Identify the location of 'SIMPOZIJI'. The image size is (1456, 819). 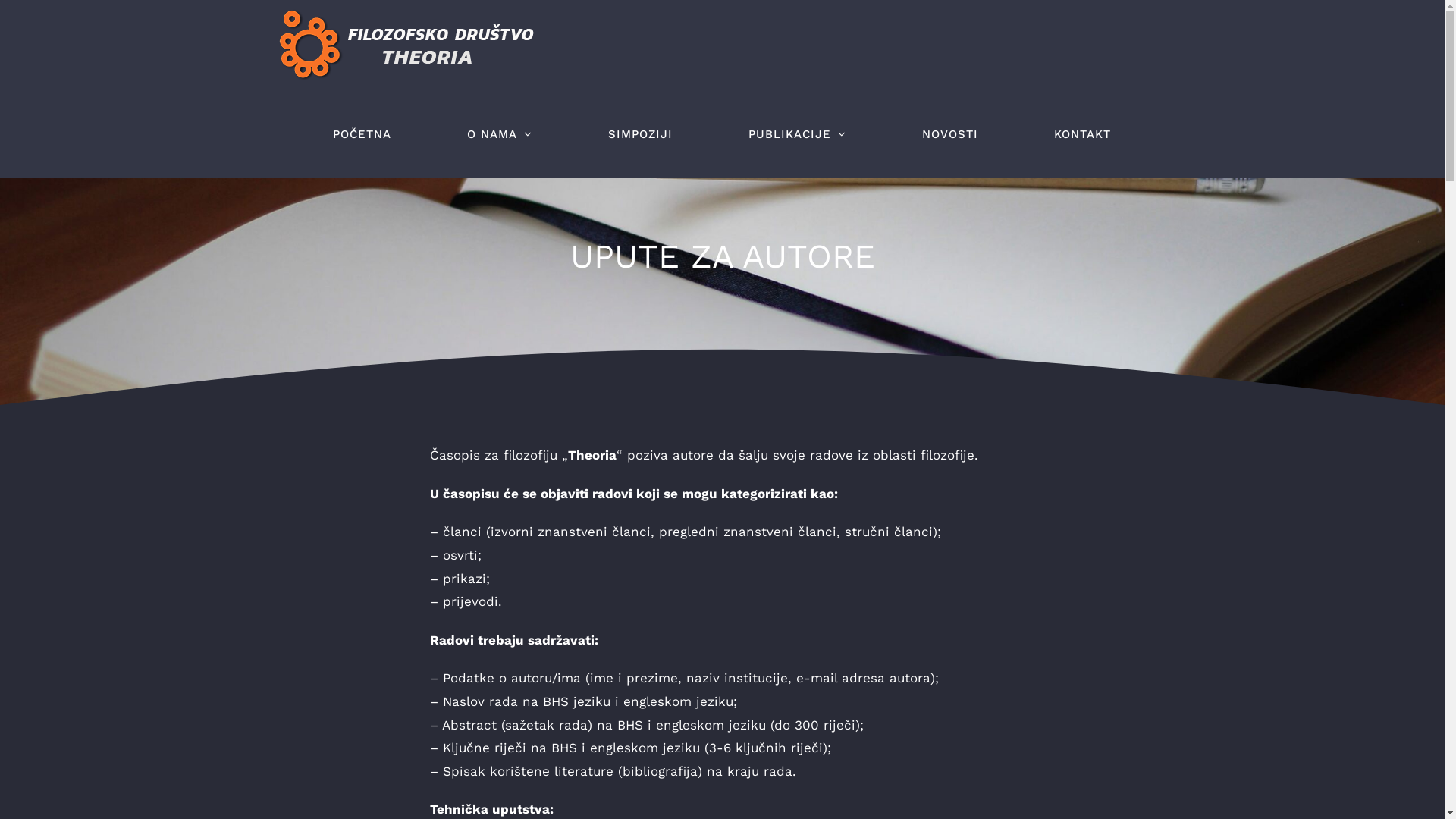
(640, 133).